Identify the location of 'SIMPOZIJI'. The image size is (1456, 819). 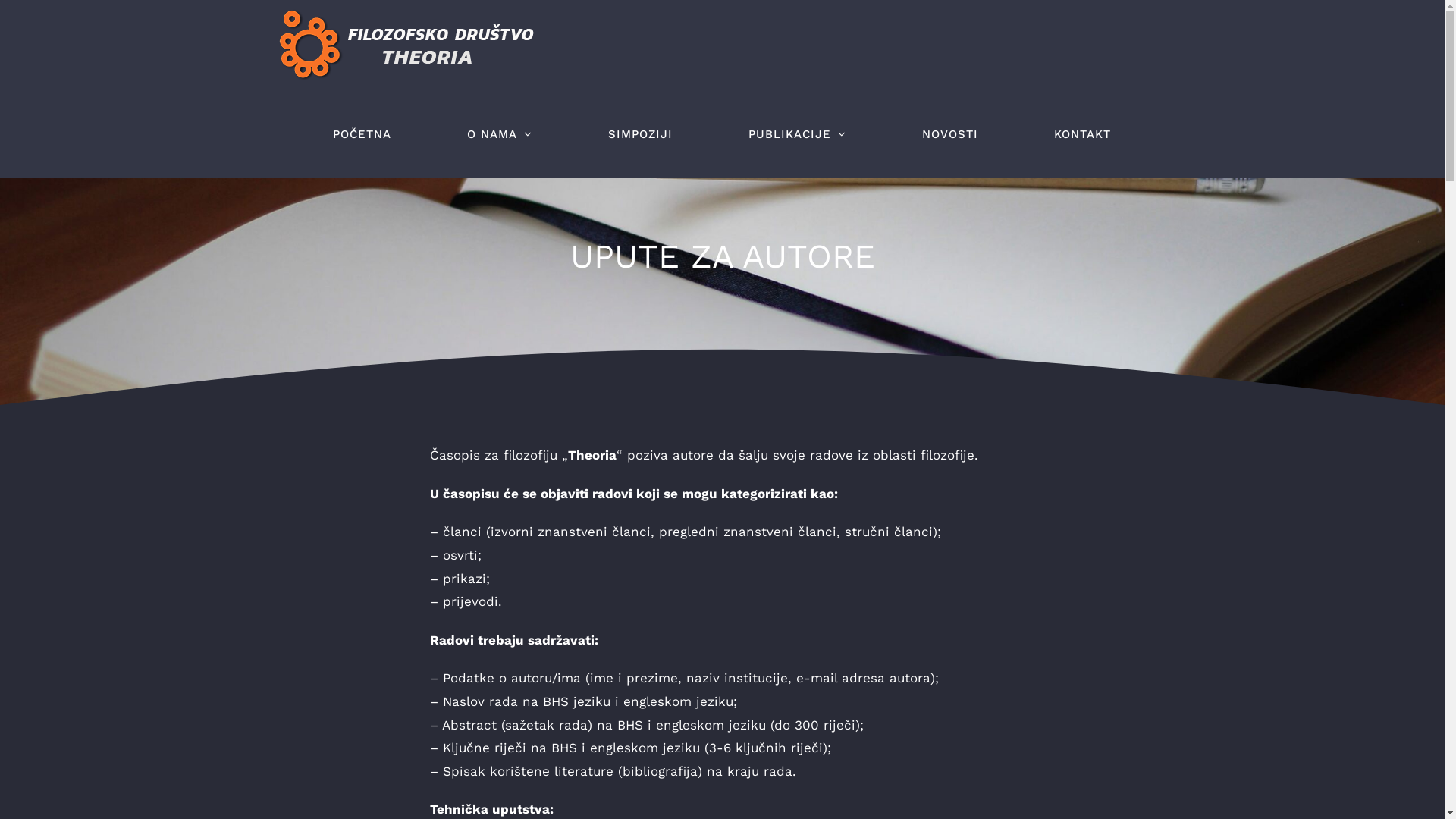
(640, 133).